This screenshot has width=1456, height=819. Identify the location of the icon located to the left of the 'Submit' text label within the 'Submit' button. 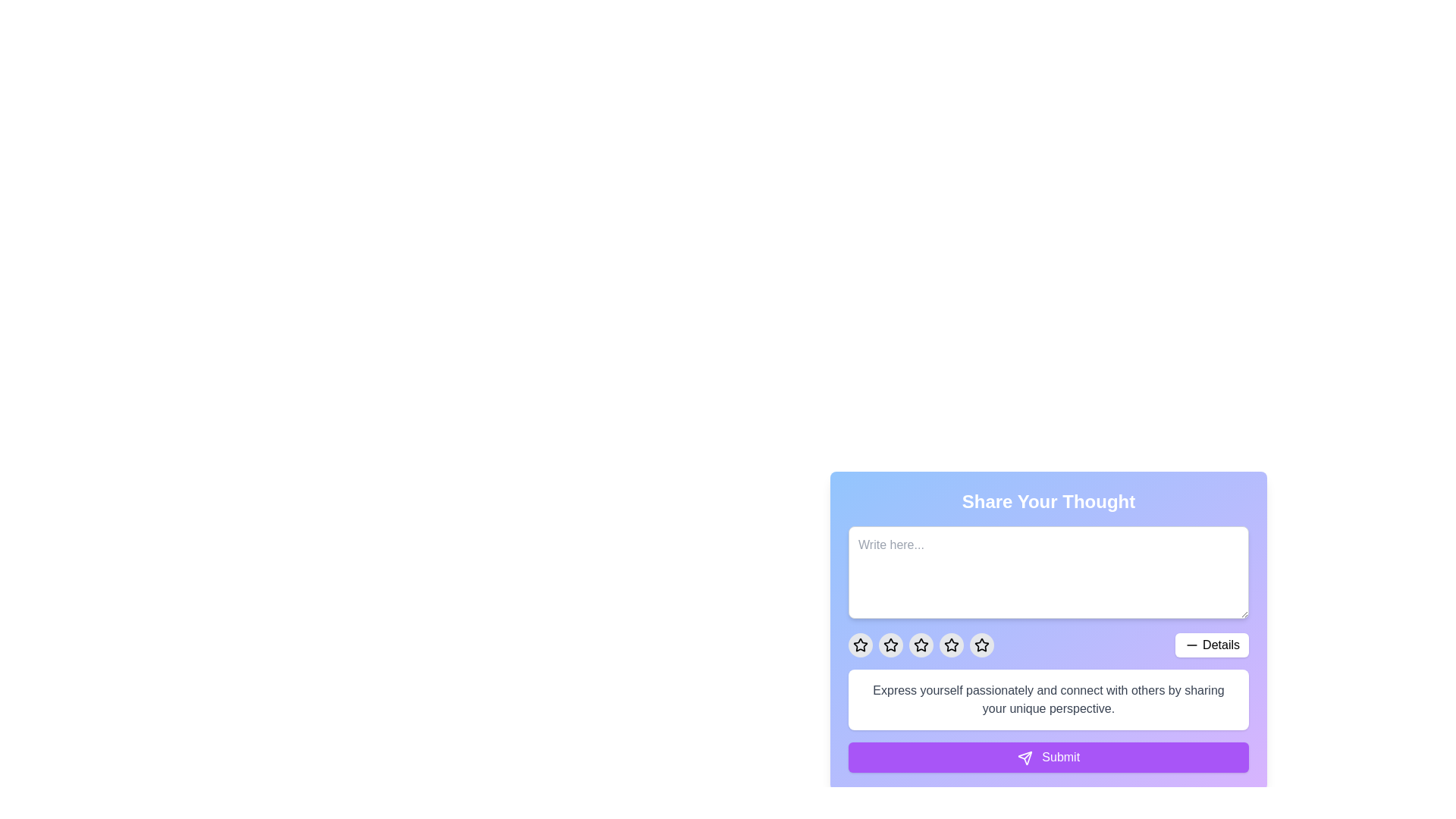
(1025, 758).